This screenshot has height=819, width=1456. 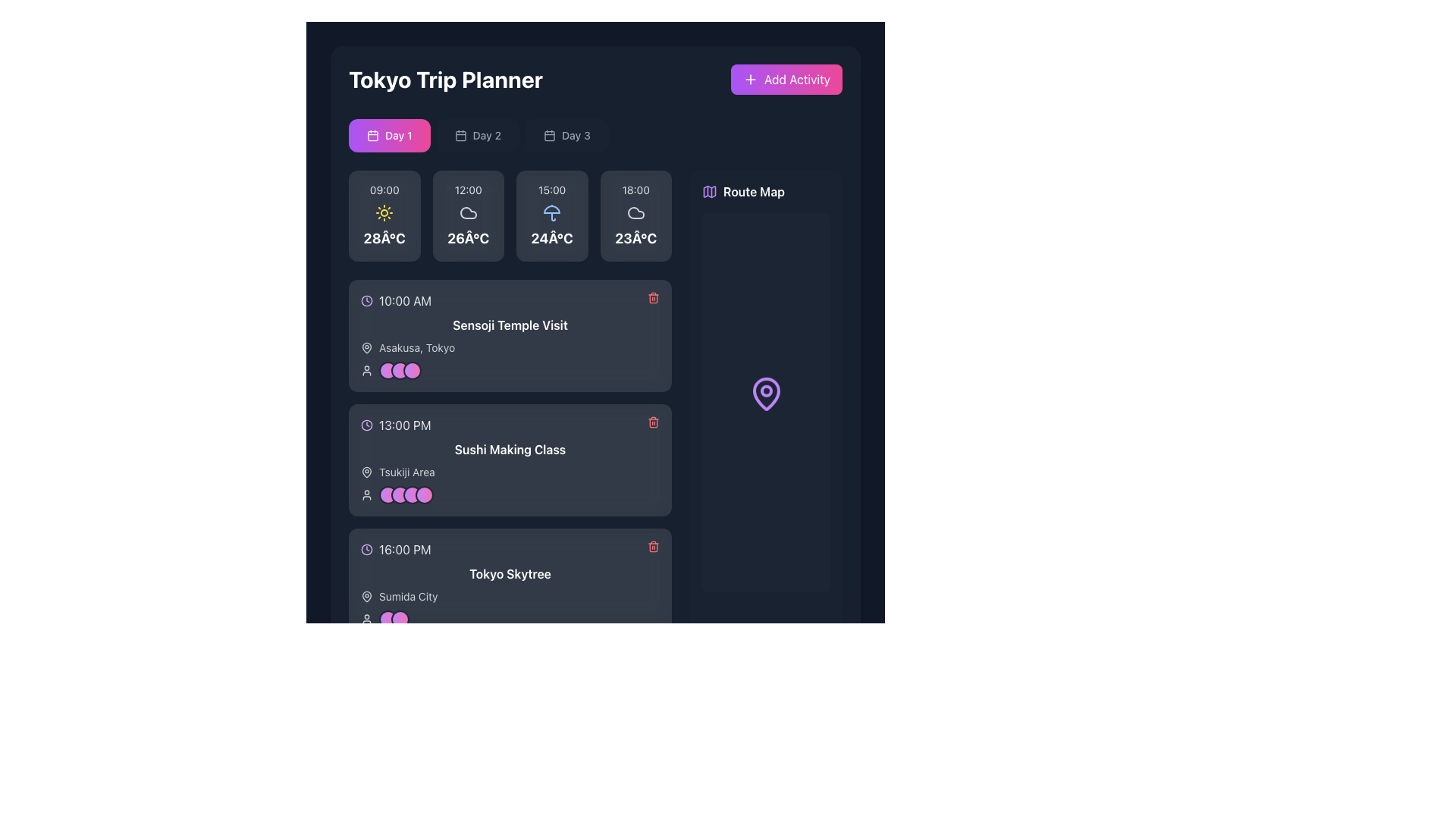 What do you see at coordinates (400, 494) in the screenshot?
I see `the second circular Profile indicator representing the user associated with the 'Sushi Making Class' event, located next to the time entry '13:00 PM'` at bounding box center [400, 494].